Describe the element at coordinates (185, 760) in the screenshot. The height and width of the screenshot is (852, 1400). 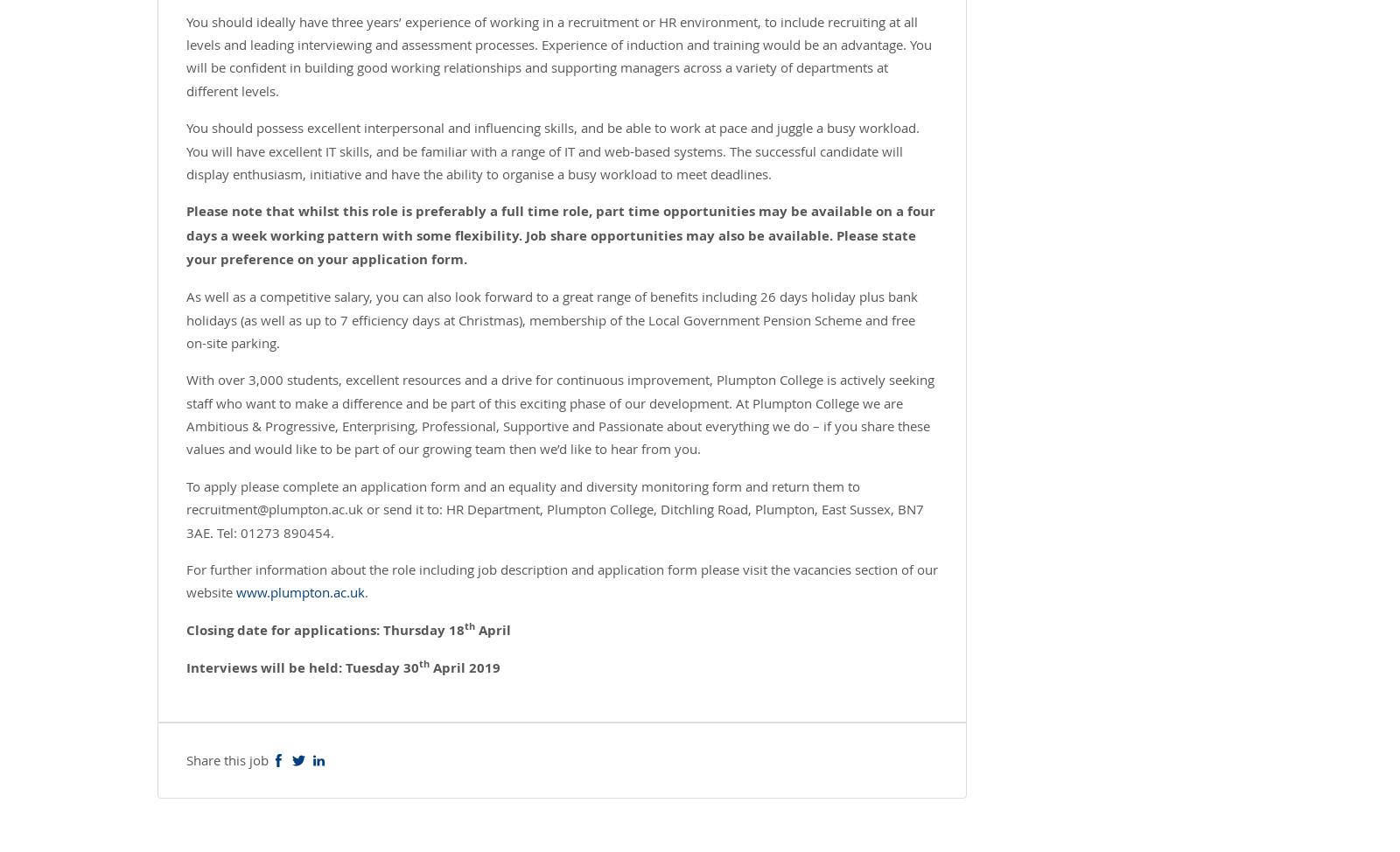
I see `'Share this job'` at that location.